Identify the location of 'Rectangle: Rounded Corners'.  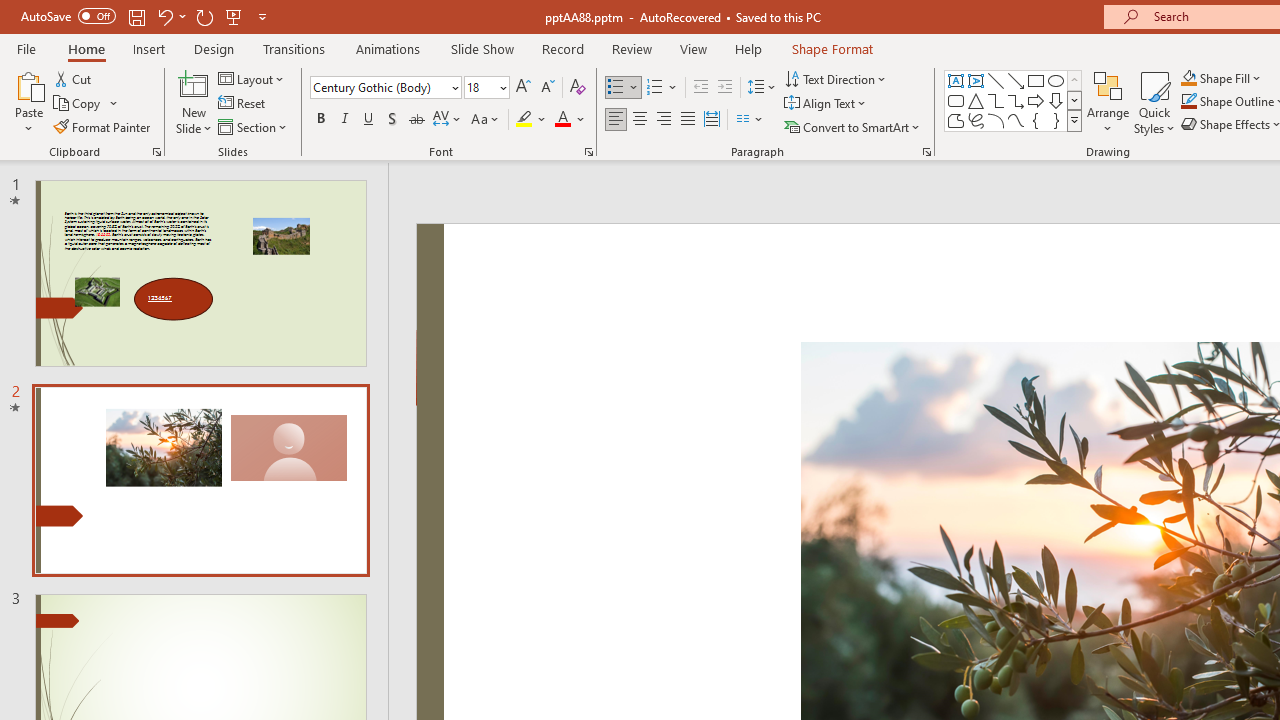
(955, 100).